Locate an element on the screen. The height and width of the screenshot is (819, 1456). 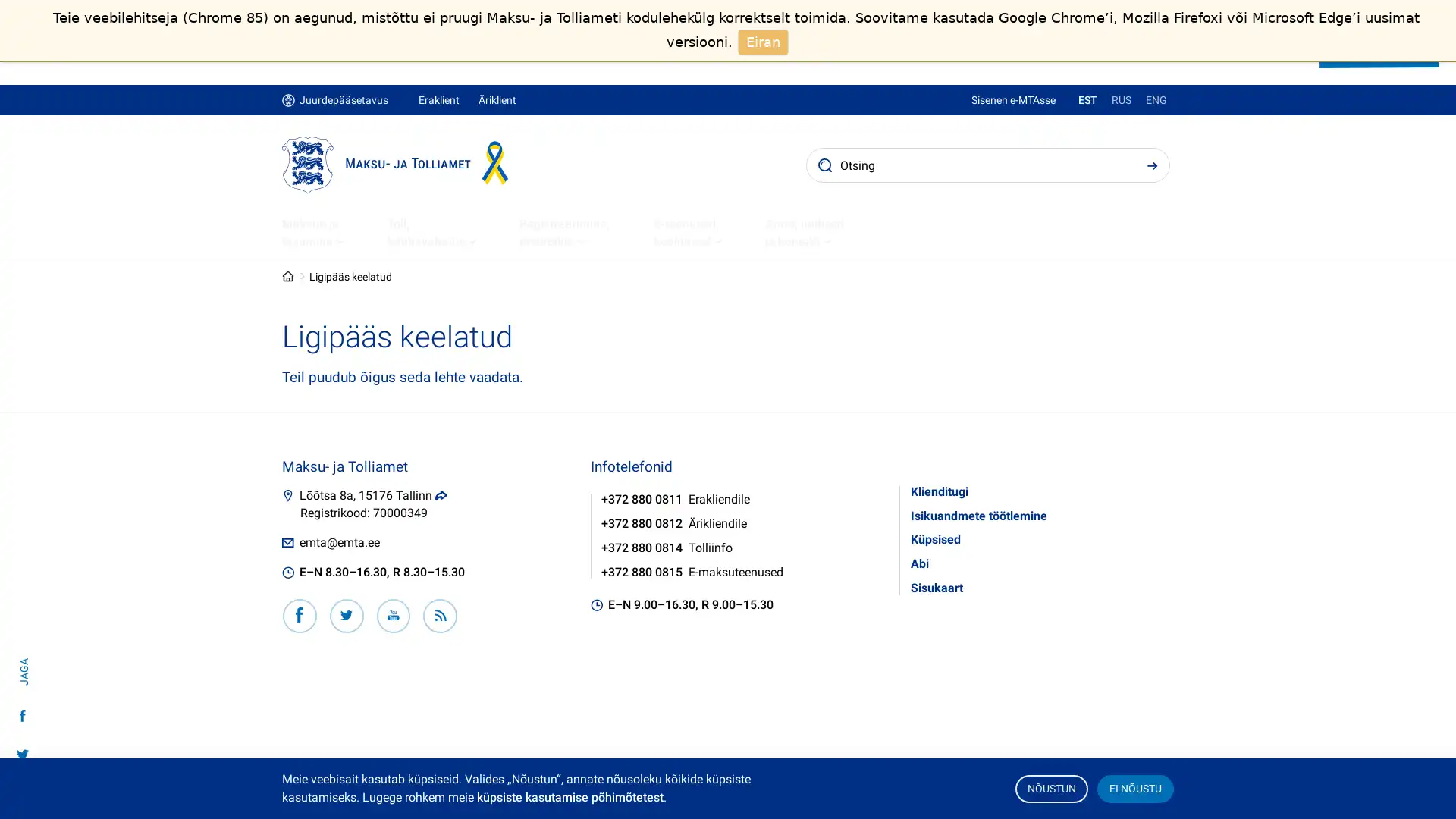
NOUSTUN is located at coordinates (1050, 787).